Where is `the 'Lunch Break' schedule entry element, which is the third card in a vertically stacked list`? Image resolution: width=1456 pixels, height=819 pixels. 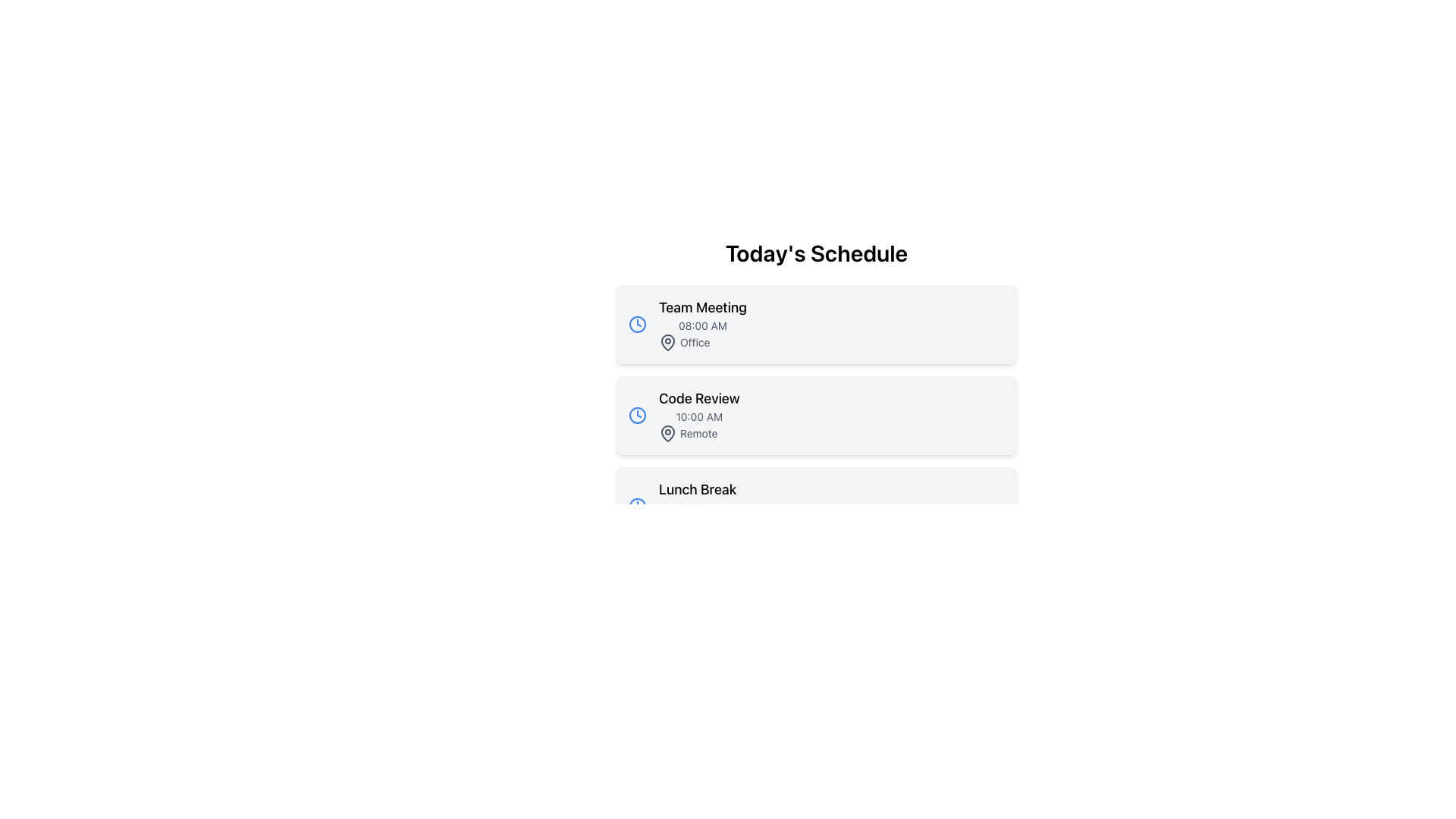 the 'Lunch Break' schedule entry element, which is the third card in a vertically stacked list is located at coordinates (697, 506).